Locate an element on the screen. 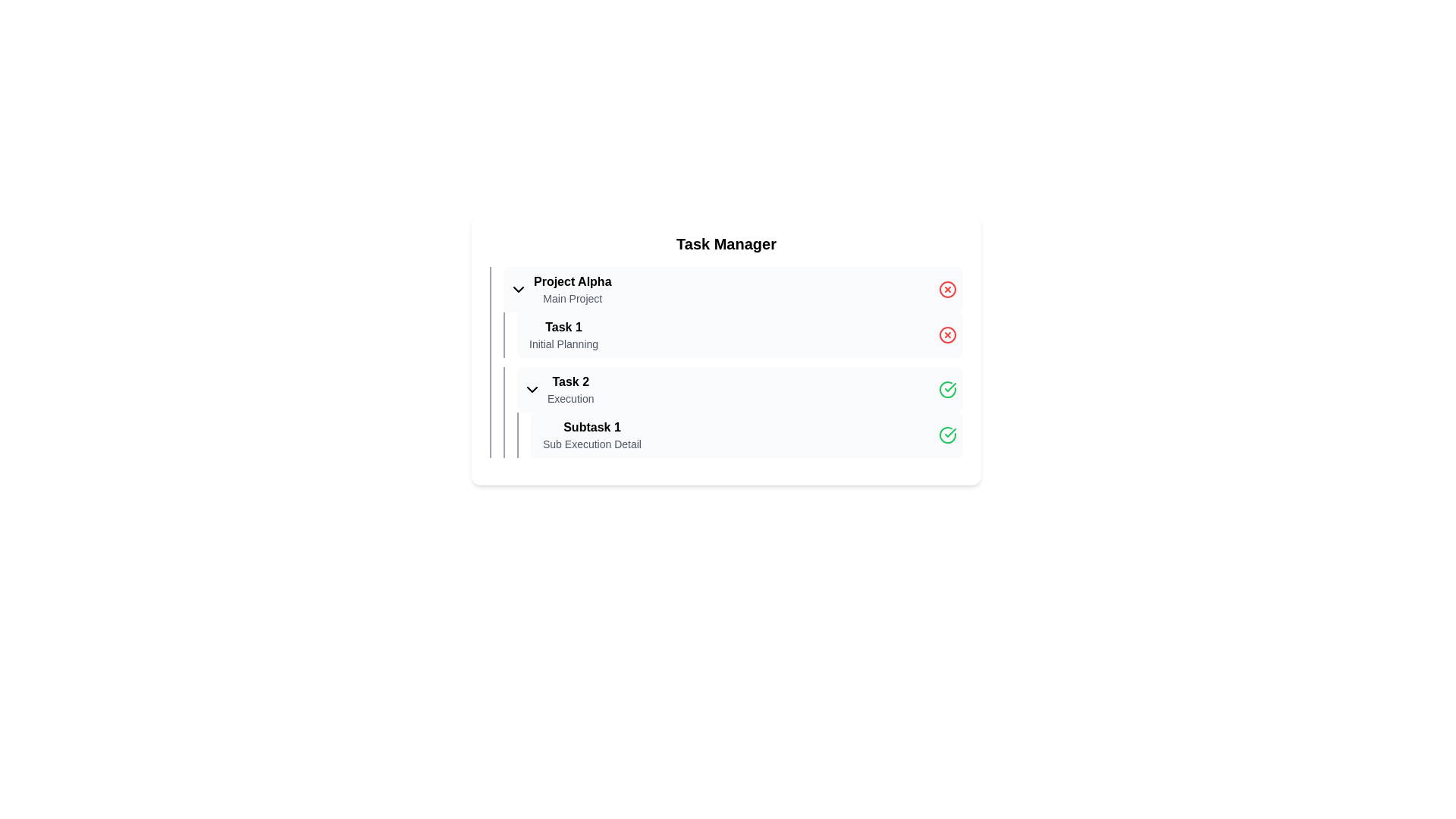 The image size is (1456, 819). the collapsible list item representing 'Task 2' with the description 'Execution' is located at coordinates (557, 388).